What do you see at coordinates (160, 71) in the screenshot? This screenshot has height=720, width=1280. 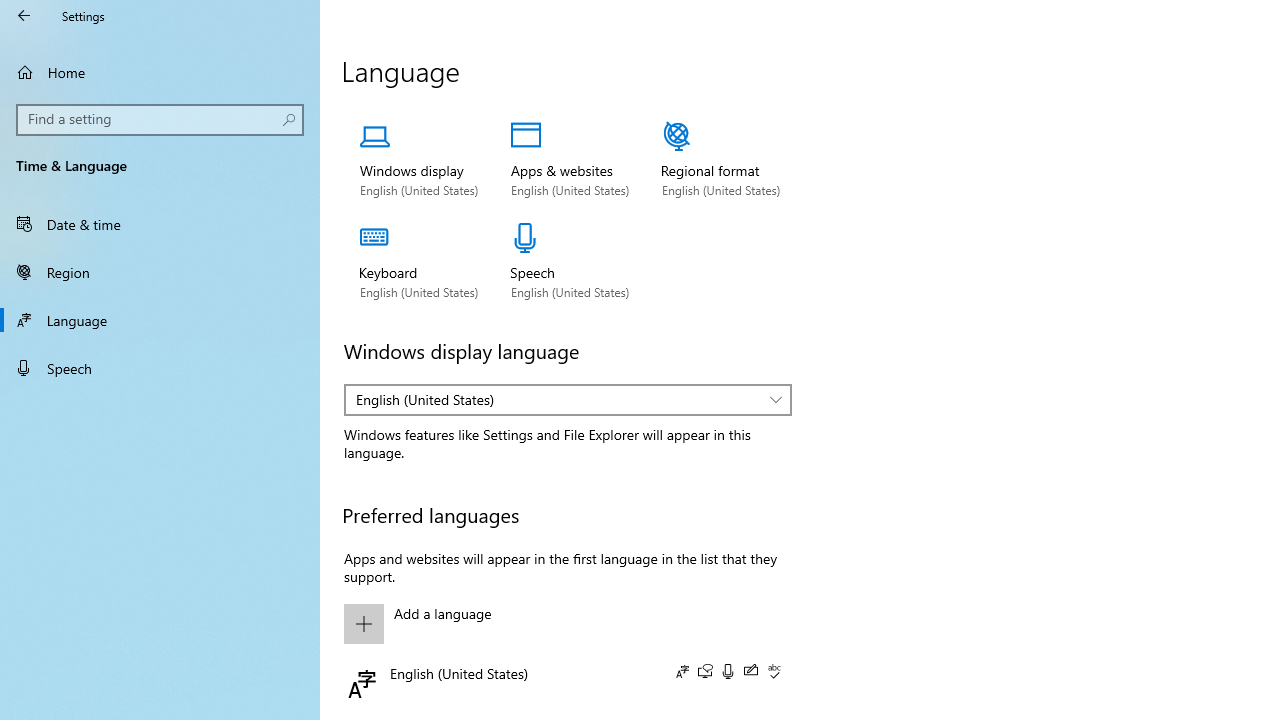 I see `'Home'` at bounding box center [160, 71].